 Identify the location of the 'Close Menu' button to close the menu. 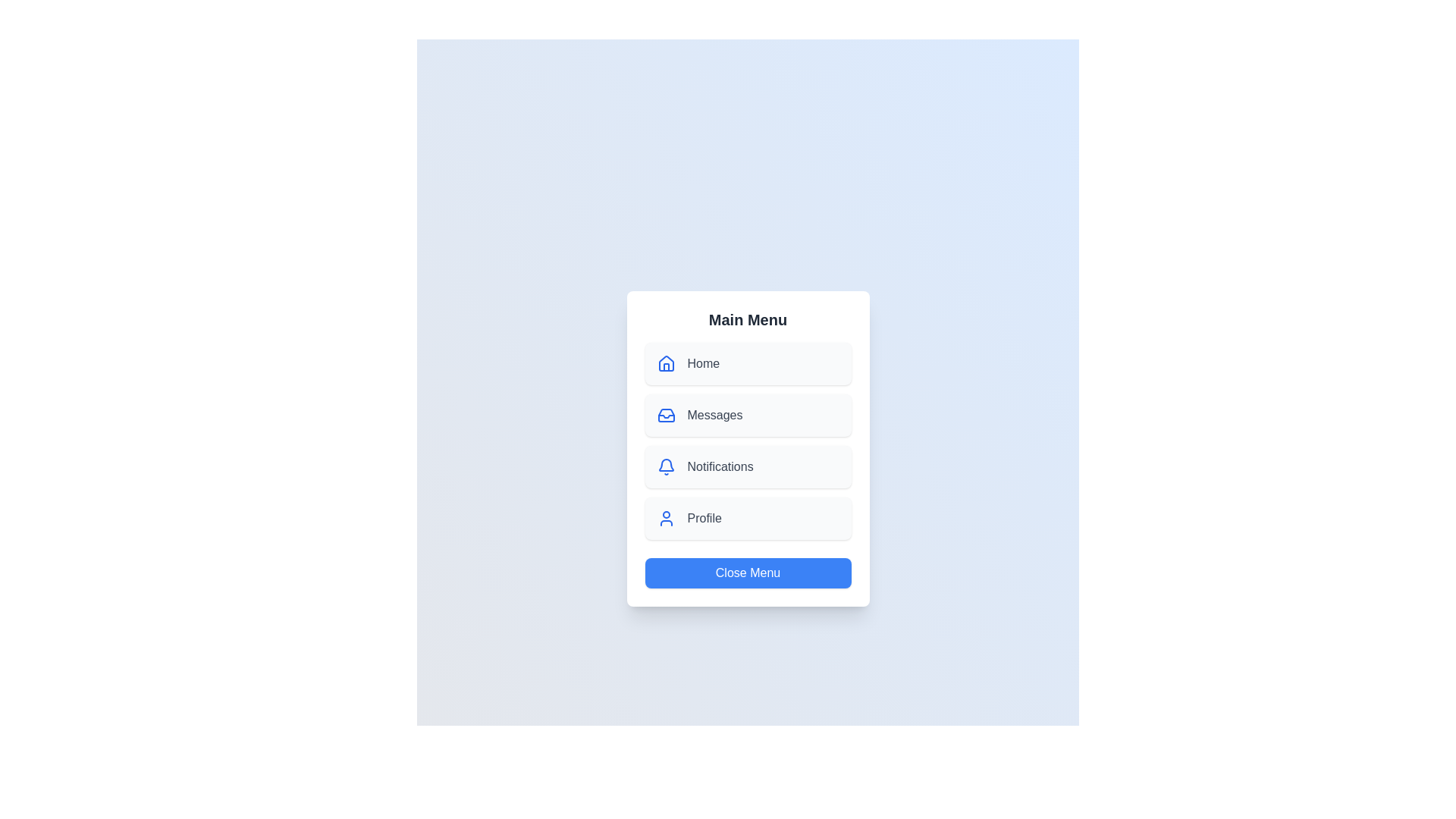
(748, 573).